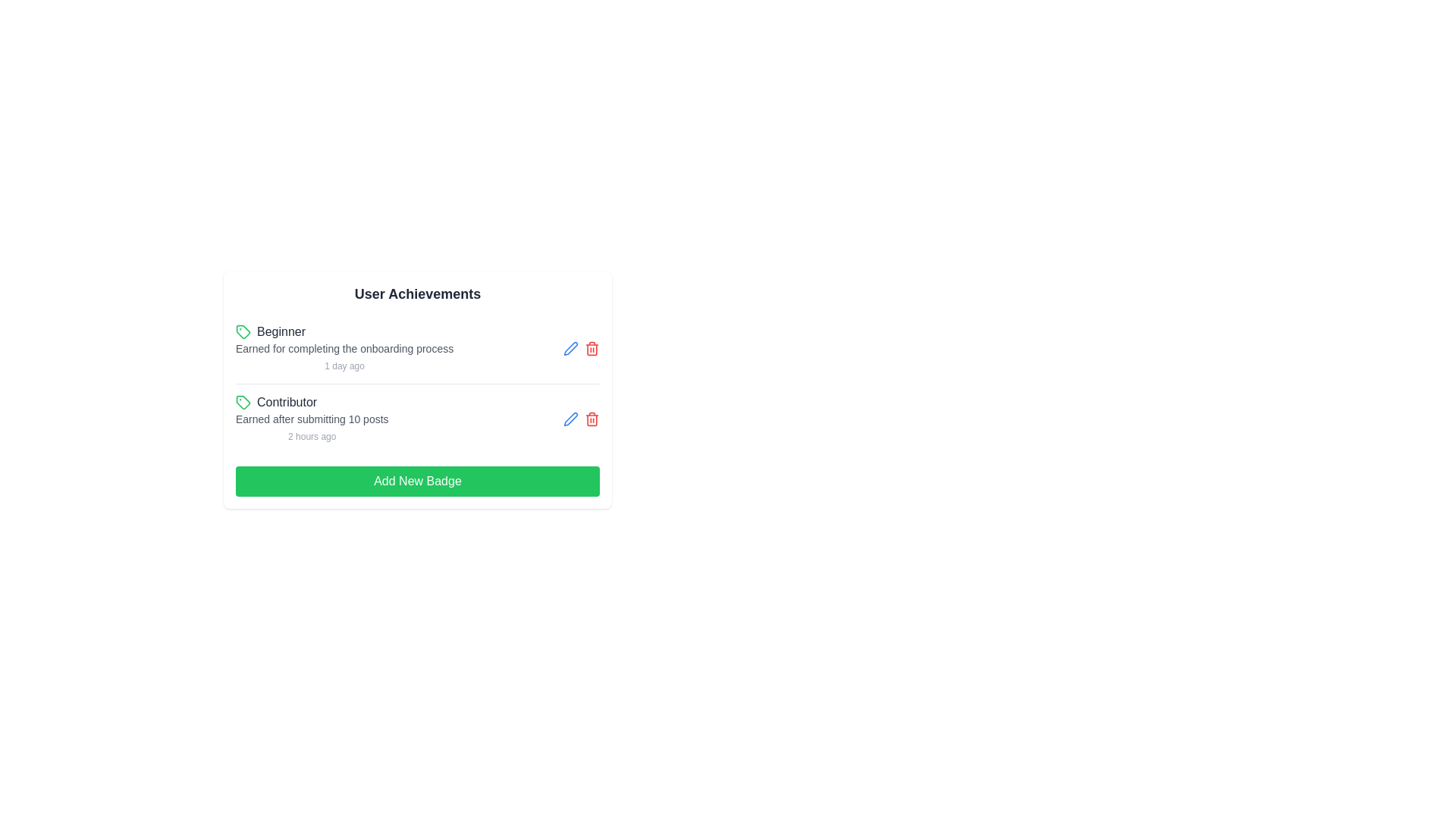 This screenshot has width=1456, height=819. What do you see at coordinates (311, 419) in the screenshot?
I see `the text snippet saying 'Earned after submitting 10 posts', which is styled in a smaller font and lighter gray color, located under the 'Contributor' badge in the User Achievements list` at bounding box center [311, 419].